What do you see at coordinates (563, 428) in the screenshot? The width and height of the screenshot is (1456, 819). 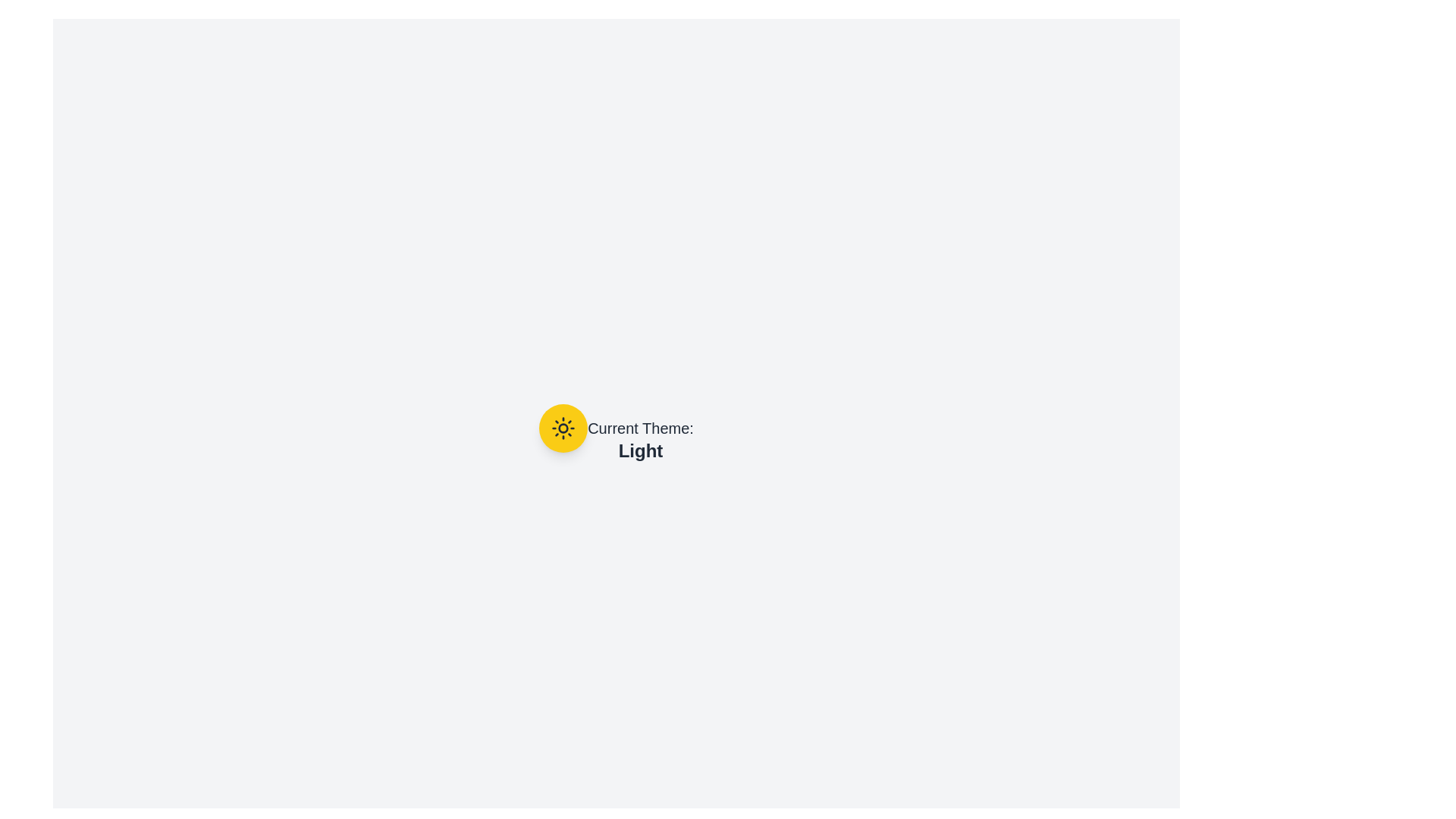 I see `the theme toggle button to change the theme` at bounding box center [563, 428].